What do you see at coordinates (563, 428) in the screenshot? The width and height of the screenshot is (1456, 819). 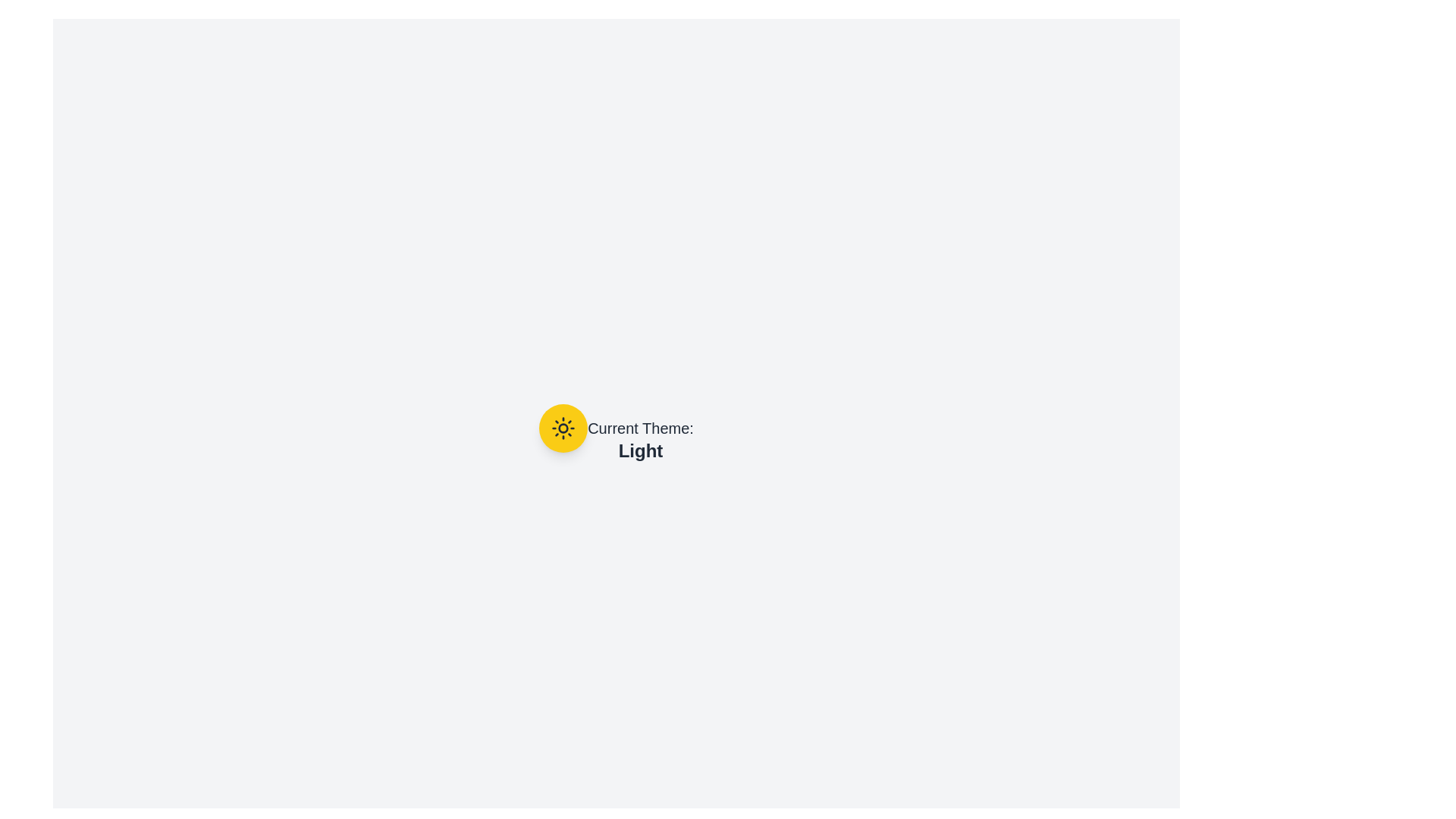 I see `the theme toggle button to change the theme` at bounding box center [563, 428].